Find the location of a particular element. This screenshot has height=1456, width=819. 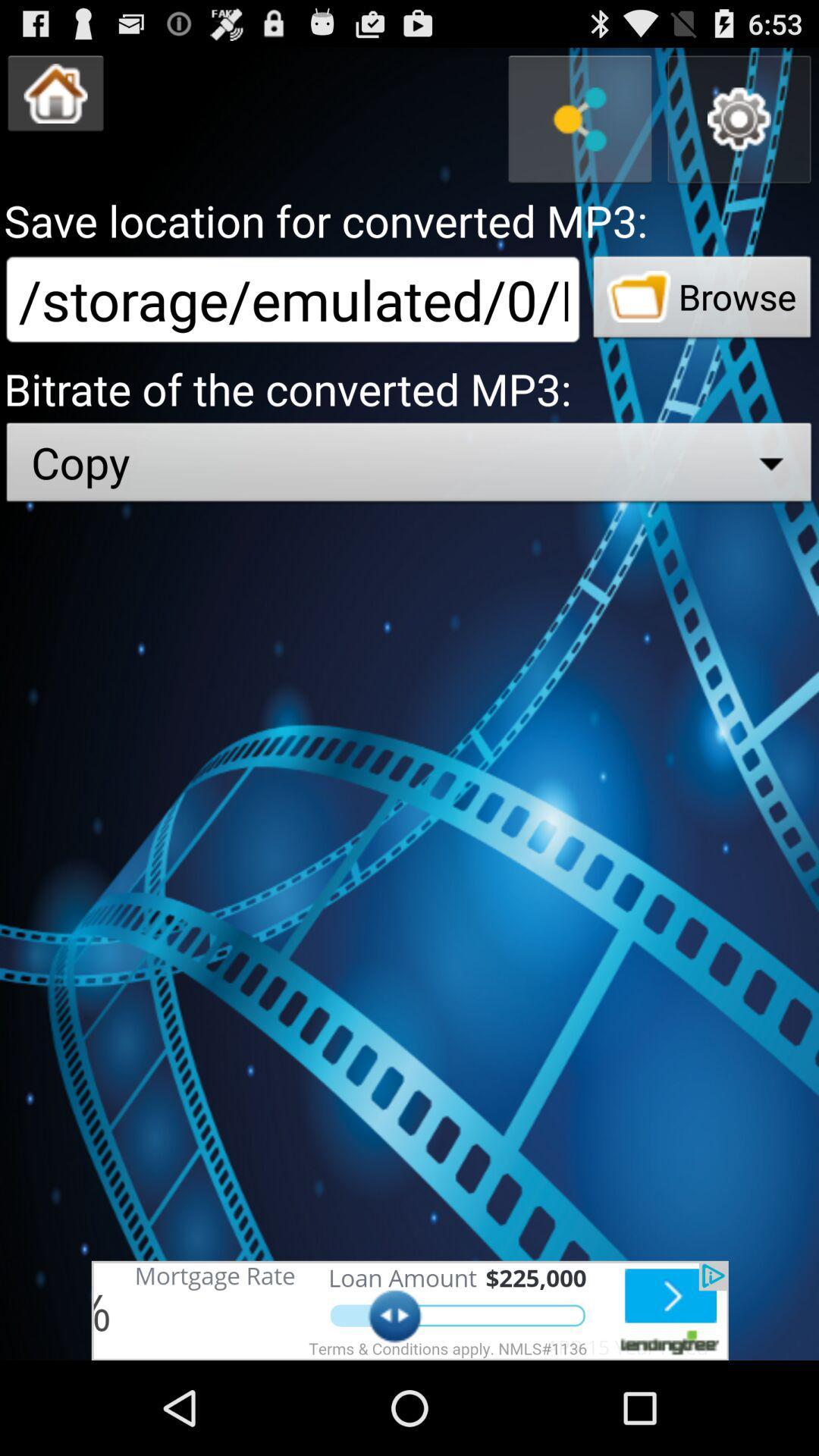

the share icon is located at coordinates (579, 127).